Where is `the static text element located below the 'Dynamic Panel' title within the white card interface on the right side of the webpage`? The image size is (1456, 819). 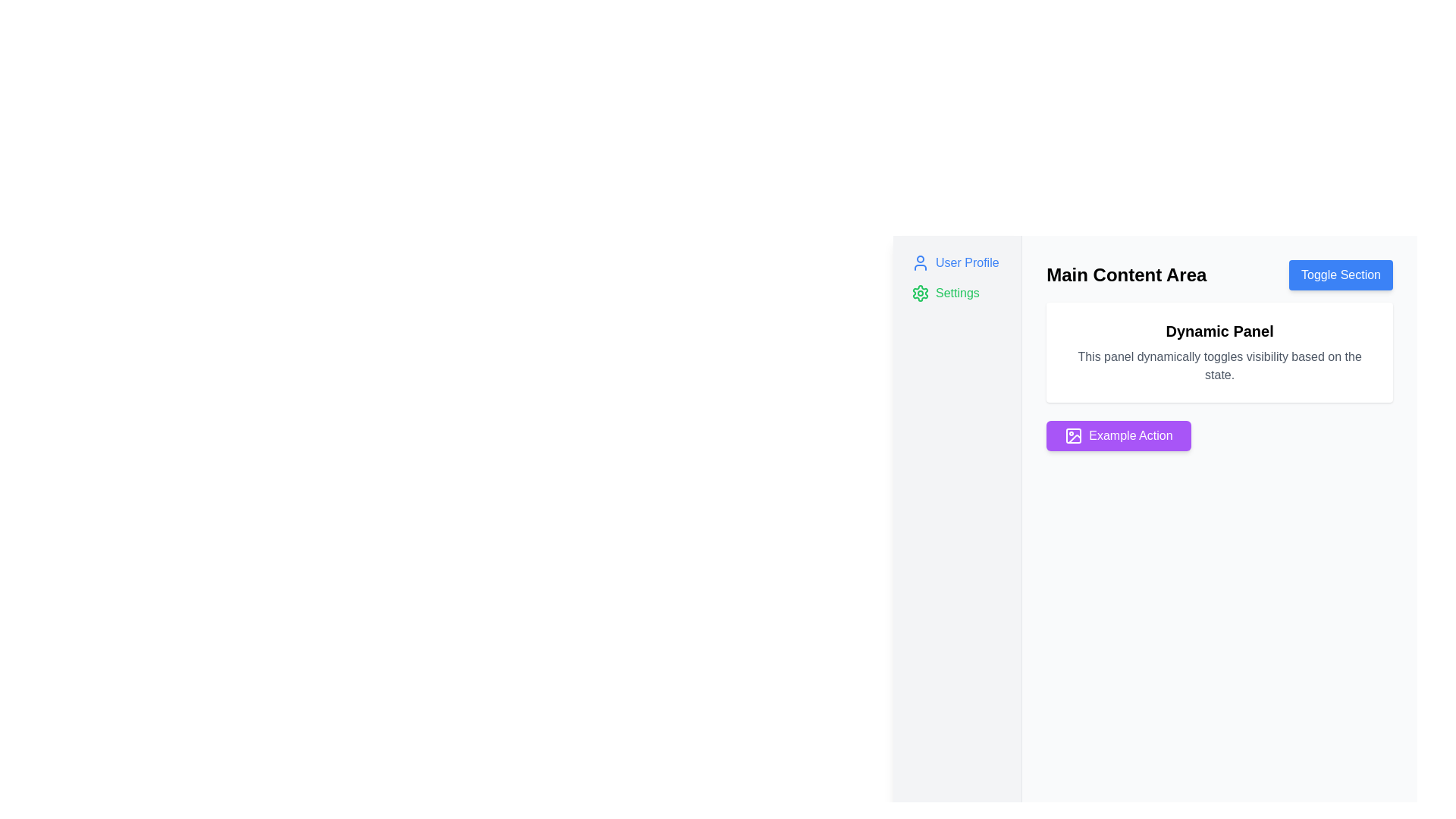
the static text element located below the 'Dynamic Panel' title within the white card interface on the right side of the webpage is located at coordinates (1219, 366).